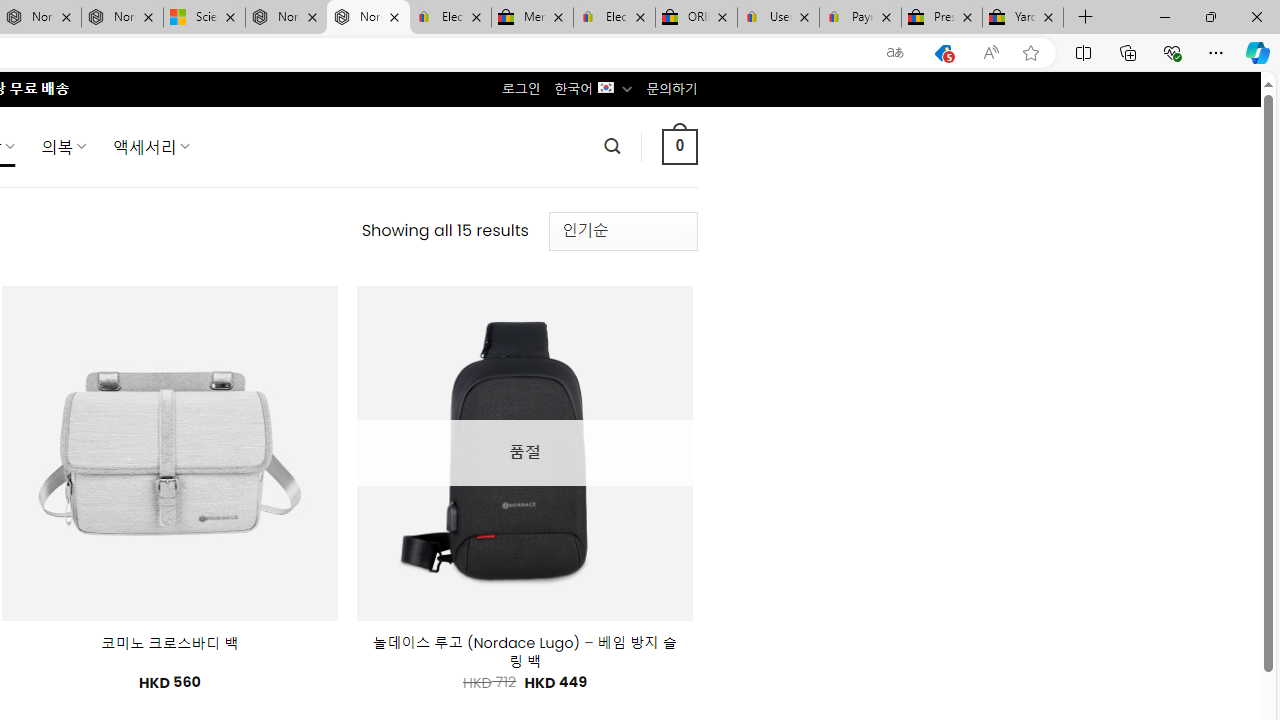 This screenshot has height=720, width=1280. What do you see at coordinates (679, 145) in the screenshot?
I see `' 0 '` at bounding box center [679, 145].